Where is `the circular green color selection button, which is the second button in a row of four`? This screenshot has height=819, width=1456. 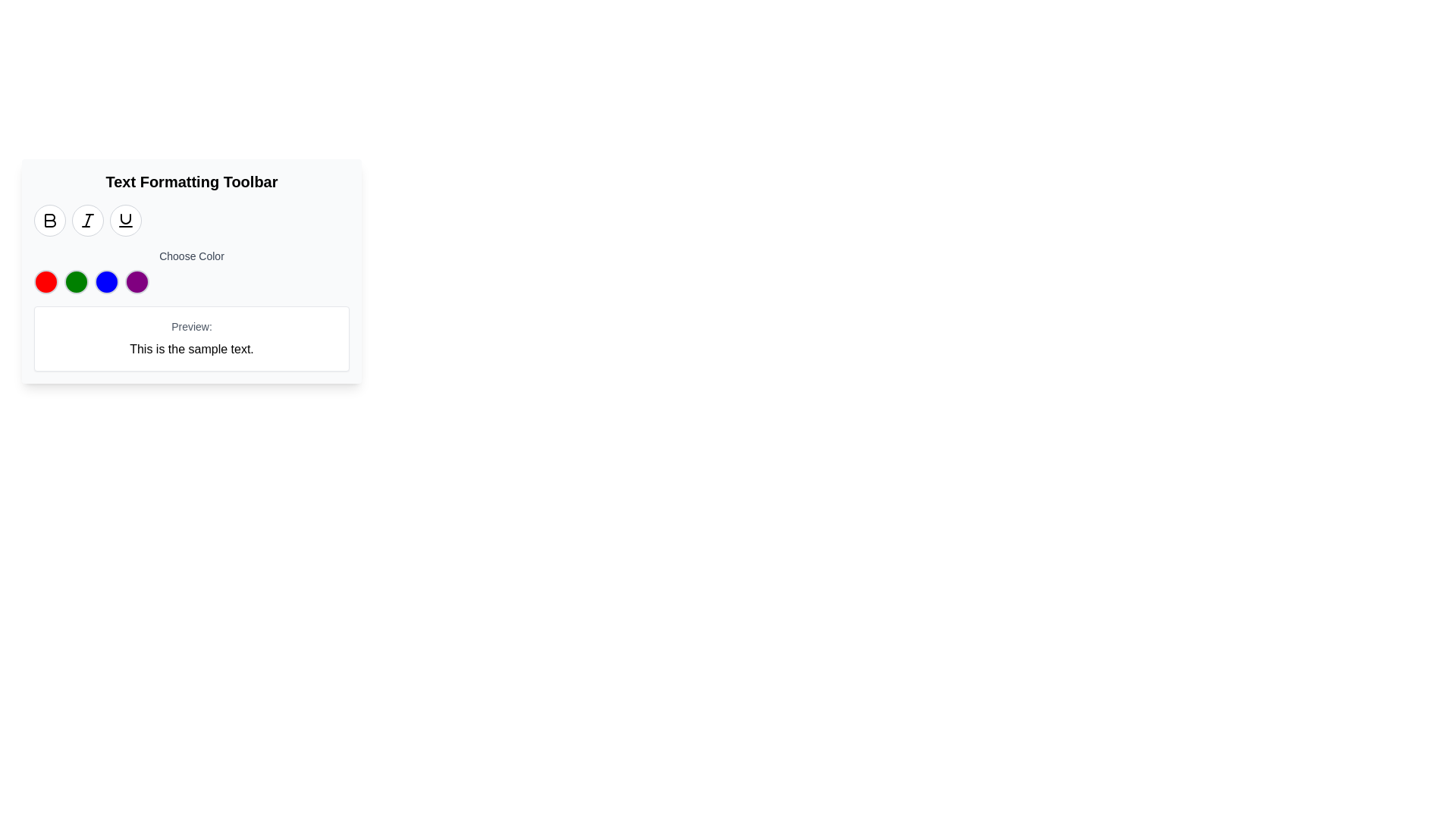 the circular green color selection button, which is the second button in a row of four is located at coordinates (75, 281).